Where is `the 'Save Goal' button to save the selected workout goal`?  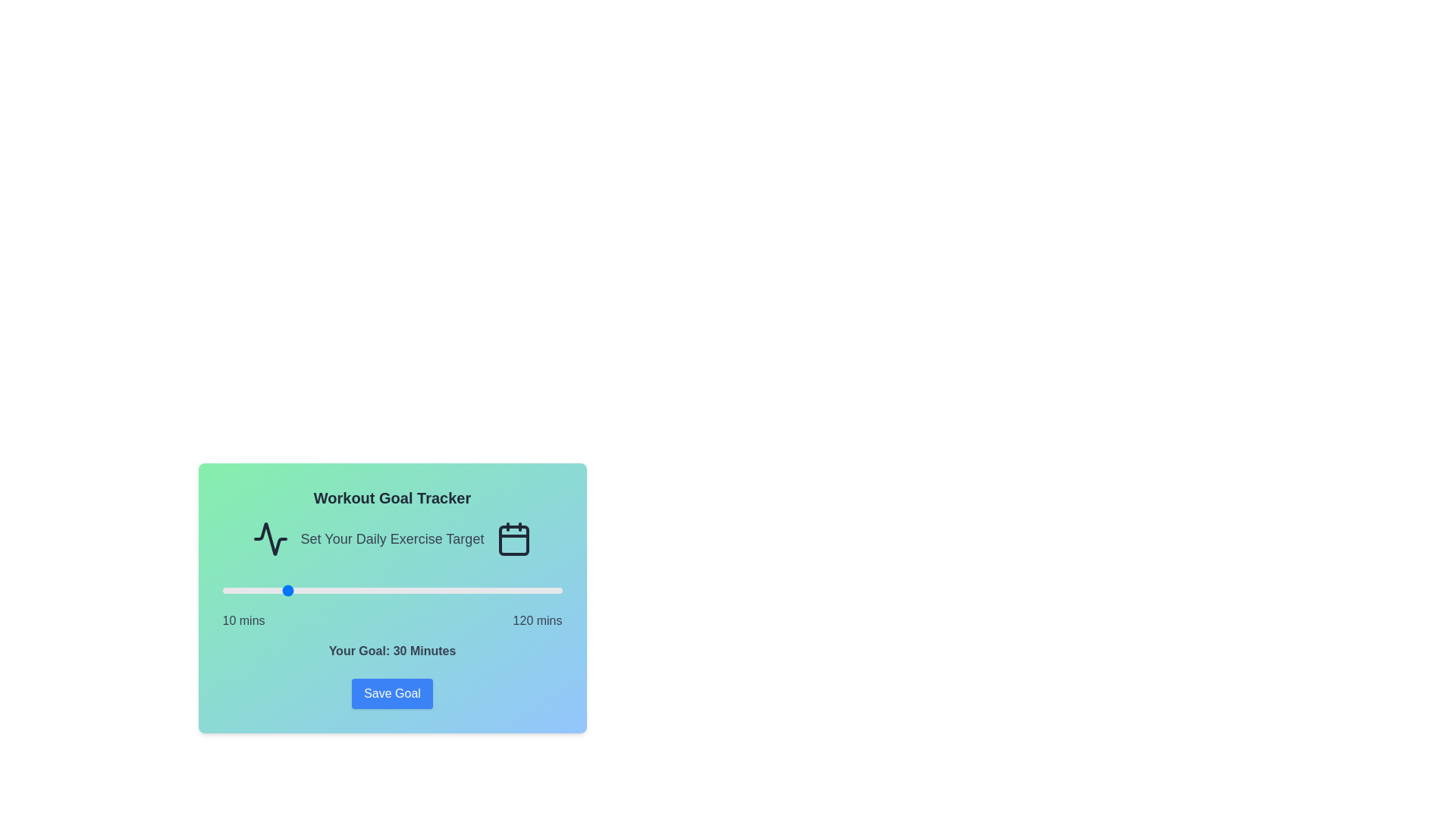 the 'Save Goal' button to save the selected workout goal is located at coordinates (392, 693).